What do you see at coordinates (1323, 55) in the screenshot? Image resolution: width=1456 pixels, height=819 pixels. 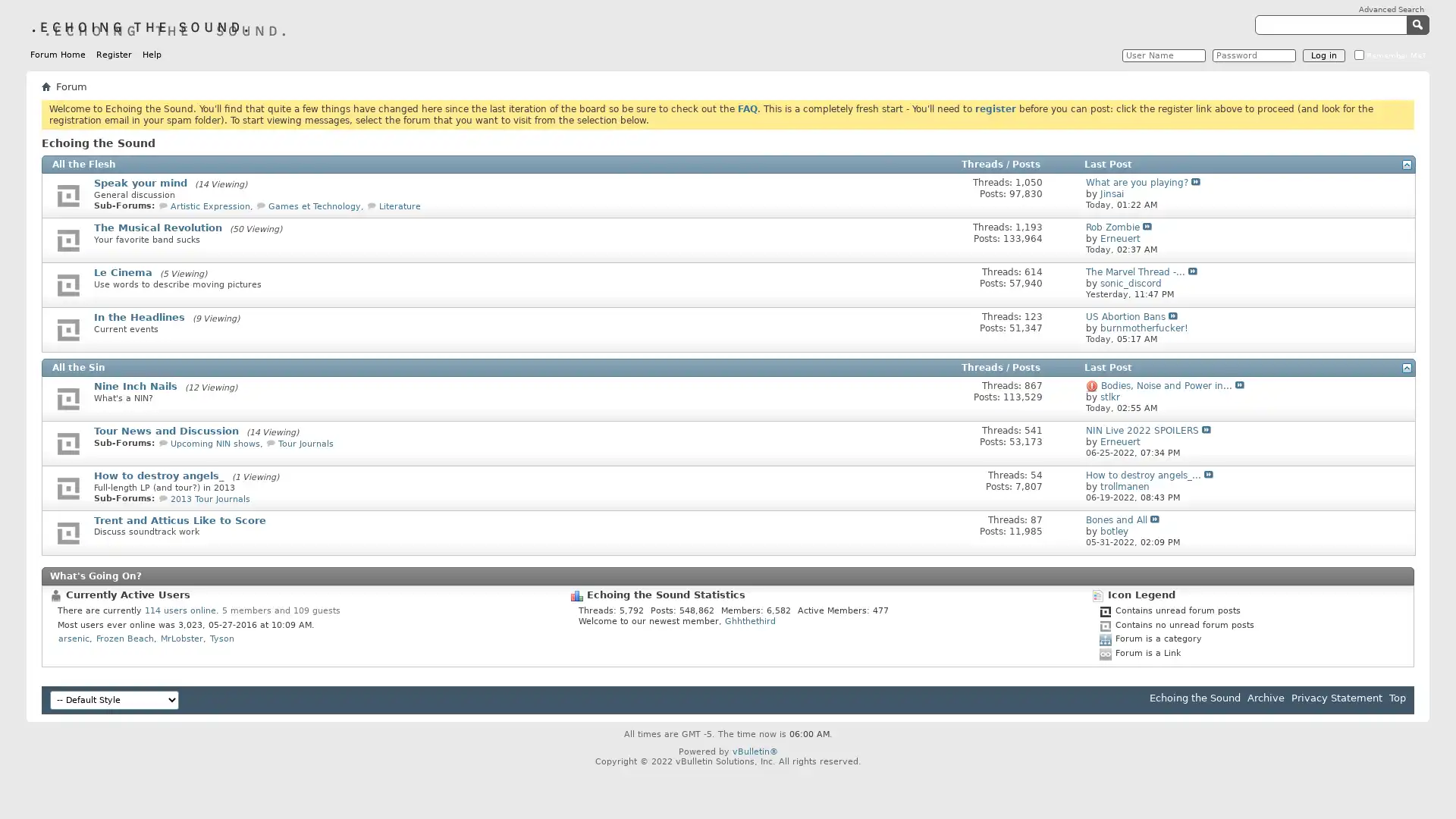 I see `Log in` at bounding box center [1323, 55].